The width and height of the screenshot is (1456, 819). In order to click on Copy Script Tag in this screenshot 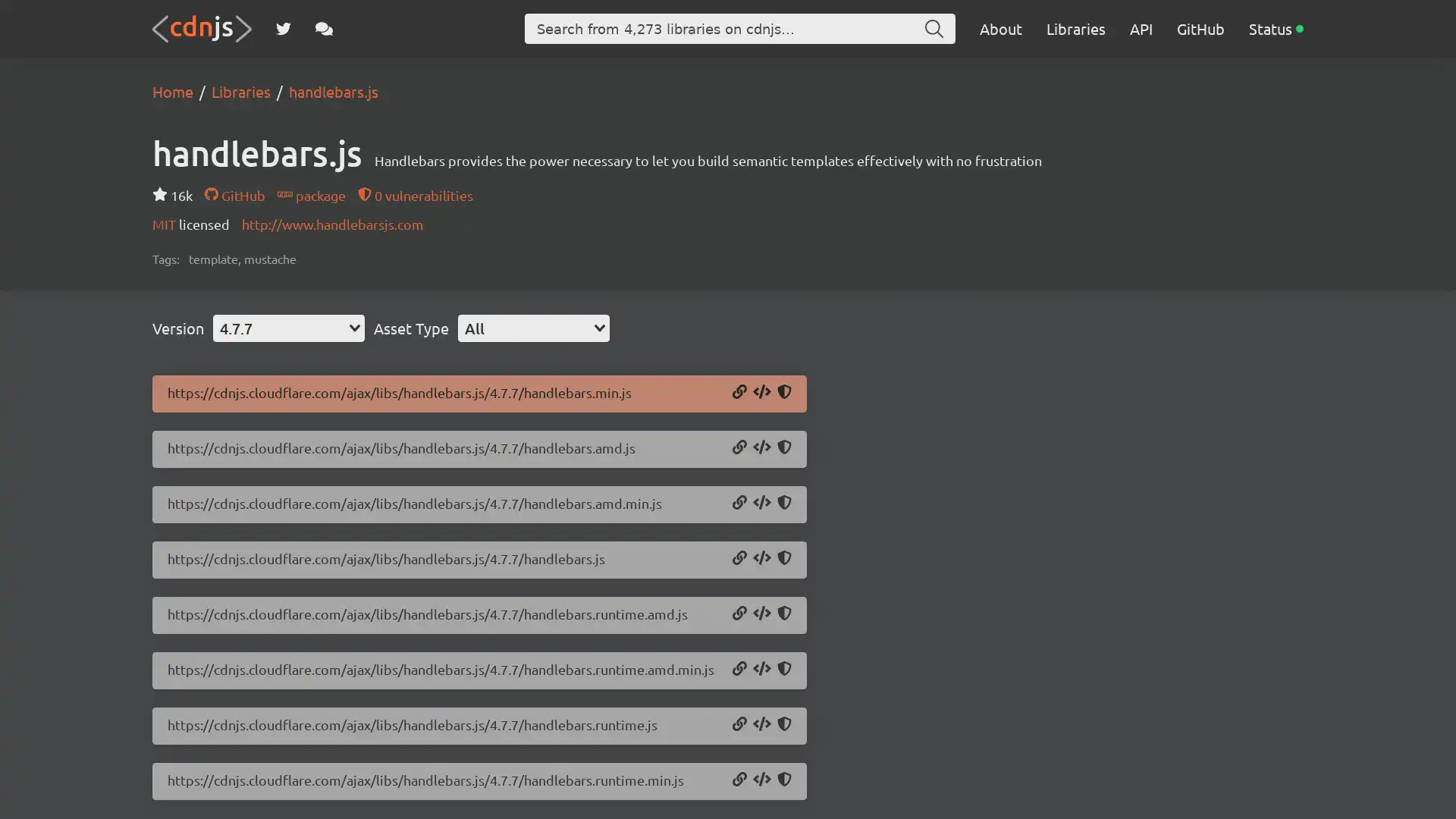, I will do `click(761, 504)`.